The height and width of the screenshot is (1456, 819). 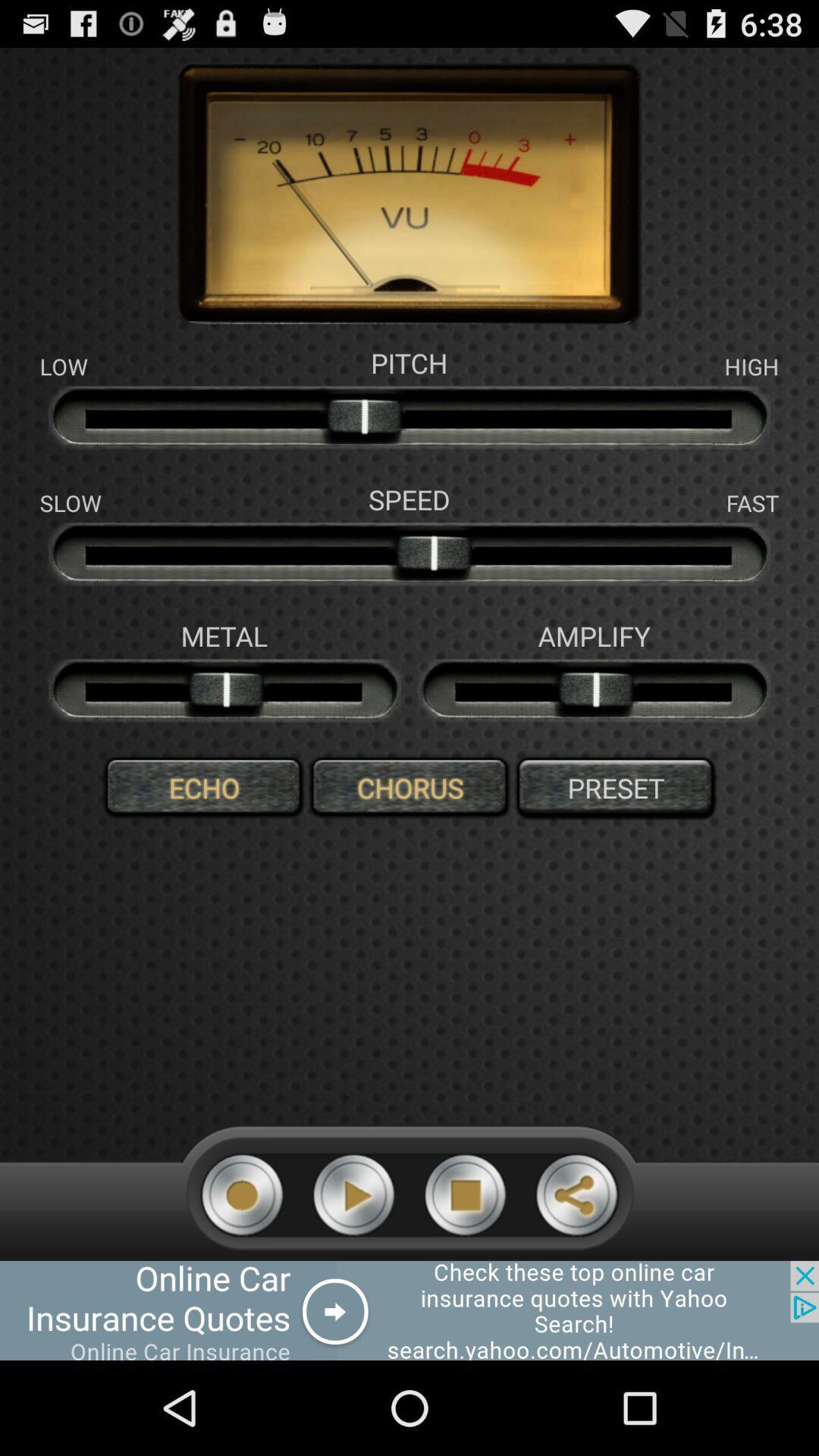 What do you see at coordinates (576, 1194) in the screenshot?
I see `share` at bounding box center [576, 1194].